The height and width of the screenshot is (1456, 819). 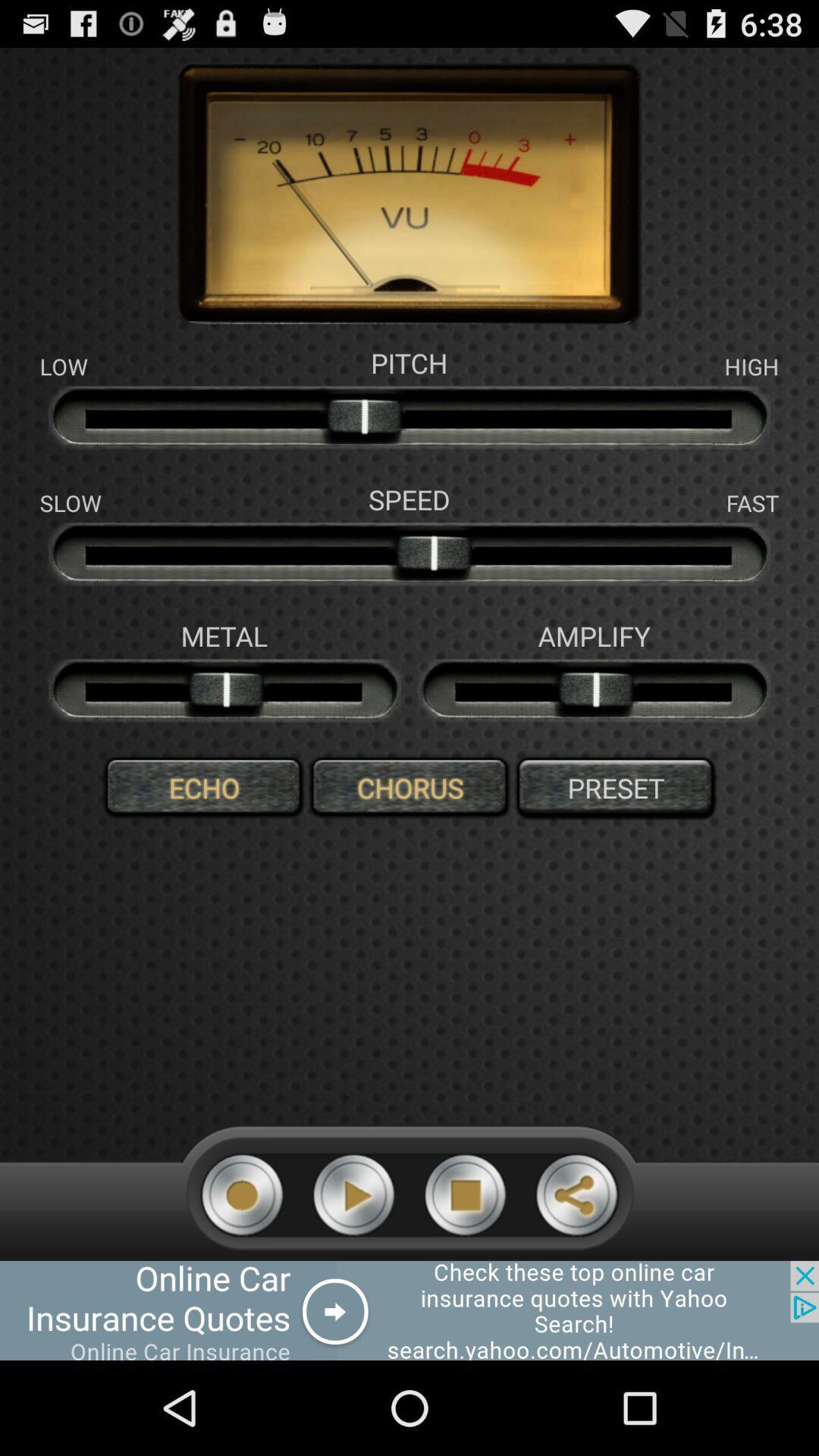 What do you see at coordinates (576, 1194) in the screenshot?
I see `share` at bounding box center [576, 1194].